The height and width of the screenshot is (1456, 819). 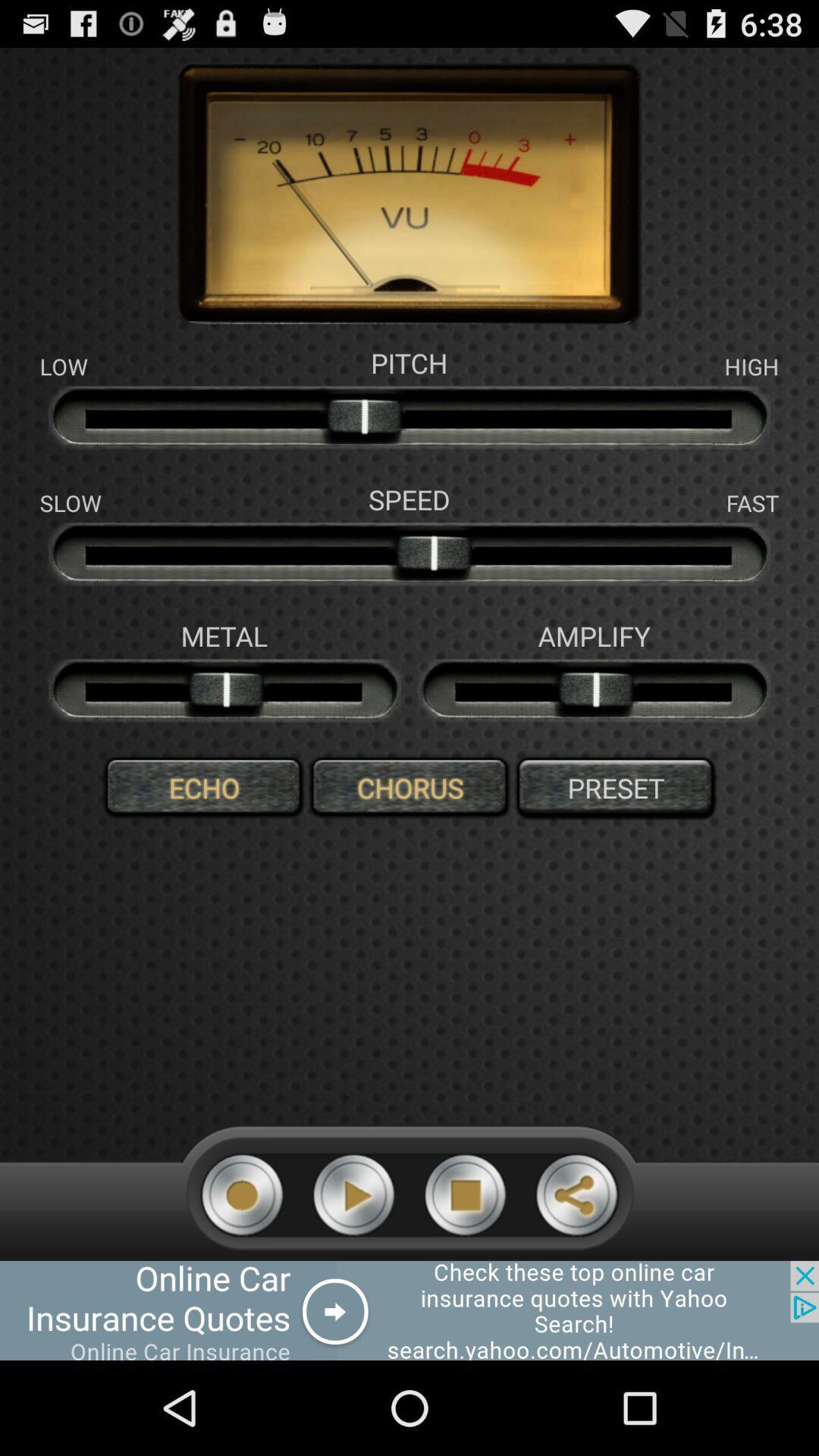 What do you see at coordinates (576, 1194) in the screenshot?
I see `share` at bounding box center [576, 1194].